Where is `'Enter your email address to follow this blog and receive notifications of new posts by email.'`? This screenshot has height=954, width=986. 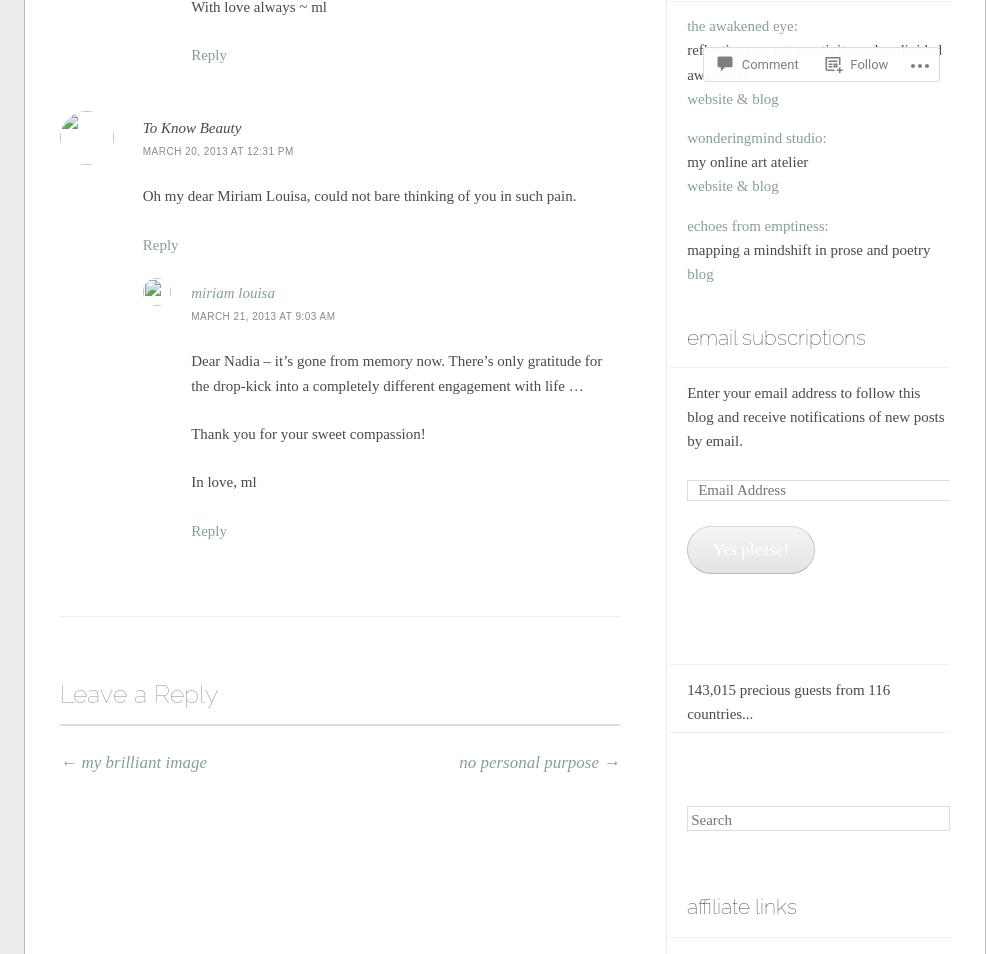
'Enter your email address to follow this blog and receive notifications of new posts by email.' is located at coordinates (815, 416).